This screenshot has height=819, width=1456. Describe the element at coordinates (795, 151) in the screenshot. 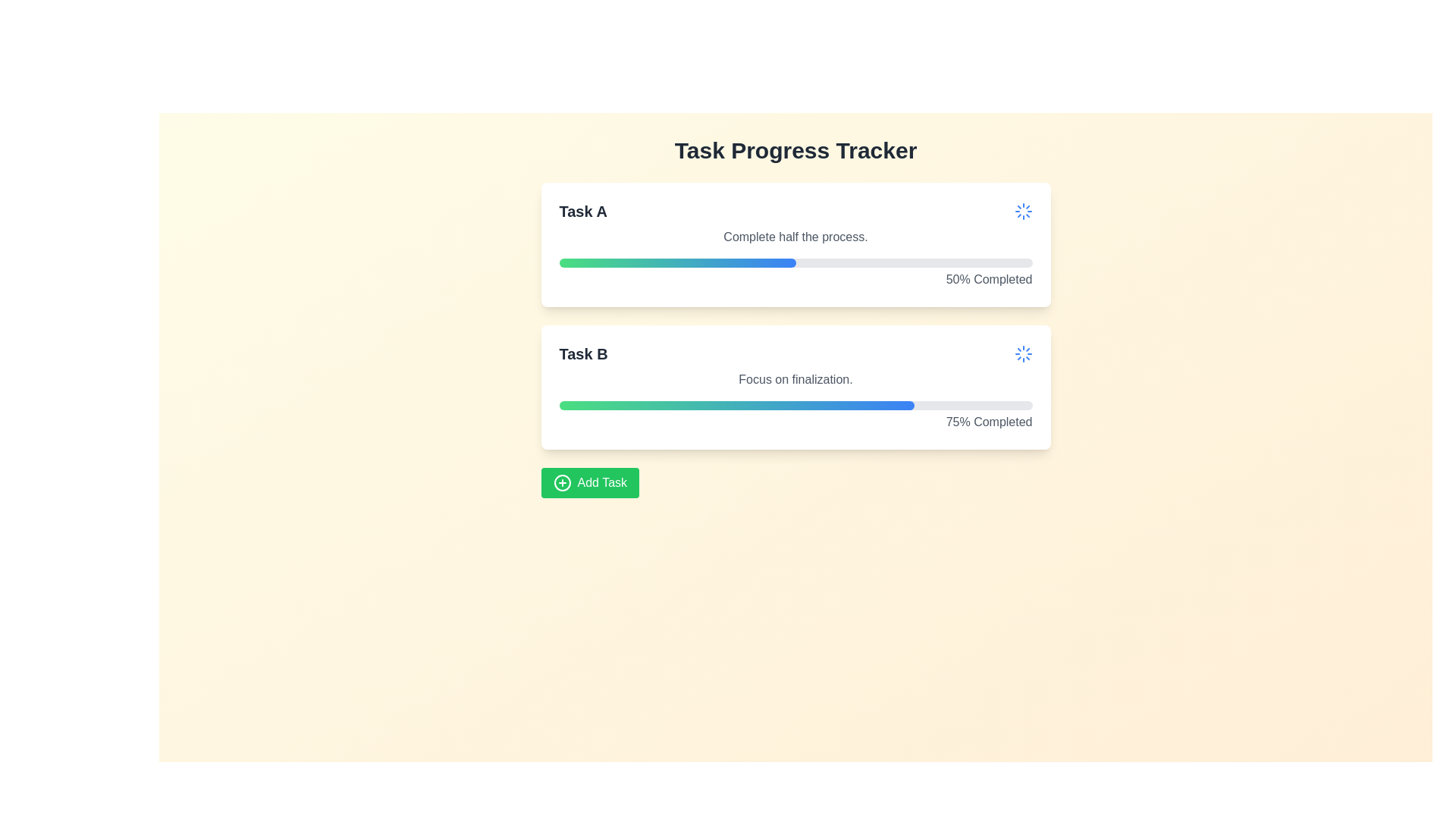

I see `the text heading 'Task Progress Tracker', which is styled with bold and large typography in dark gray color and is located at the top of the content area, centered horizontally` at that location.